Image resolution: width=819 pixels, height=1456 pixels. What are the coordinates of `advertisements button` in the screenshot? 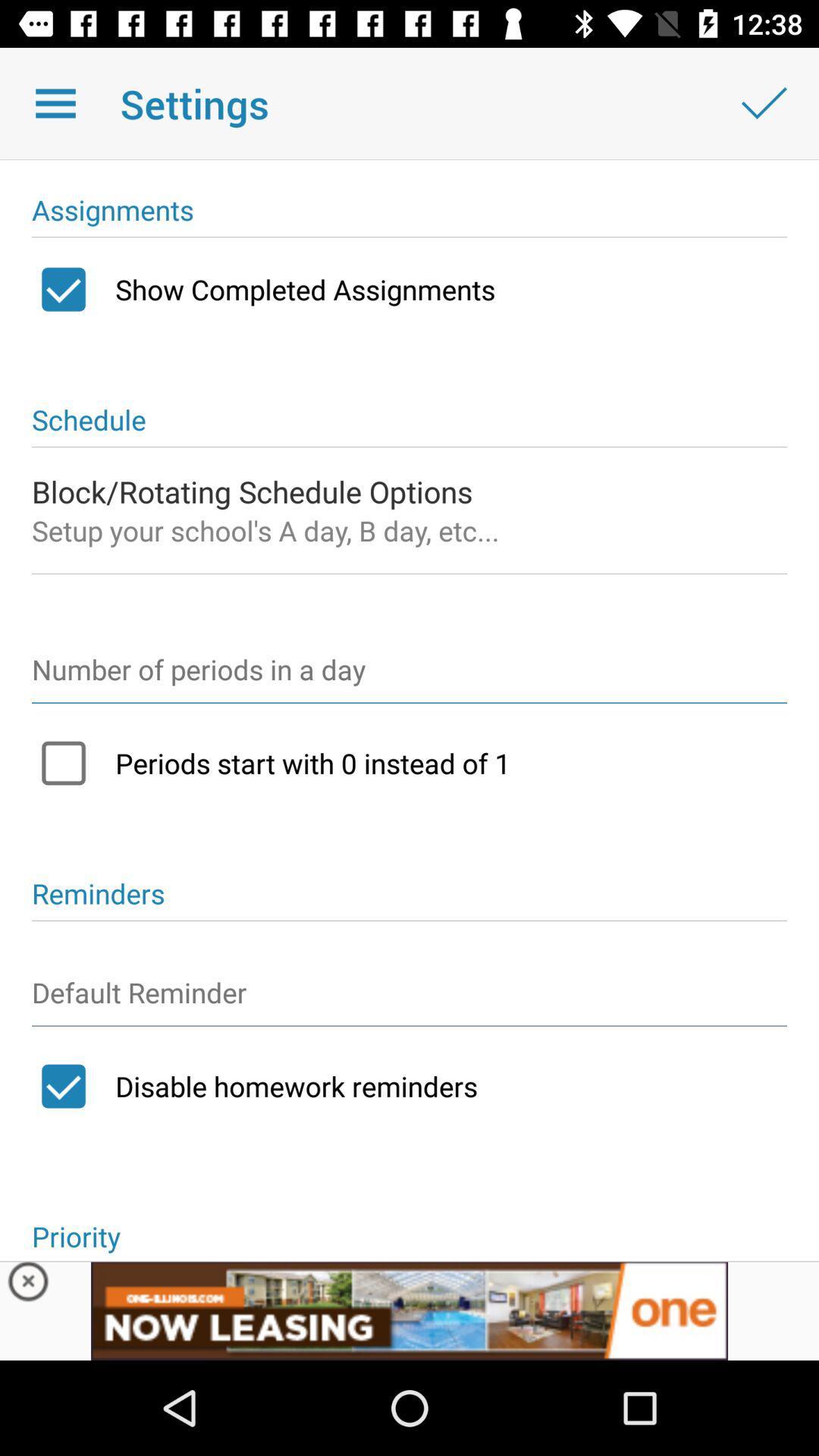 It's located at (28, 1285).